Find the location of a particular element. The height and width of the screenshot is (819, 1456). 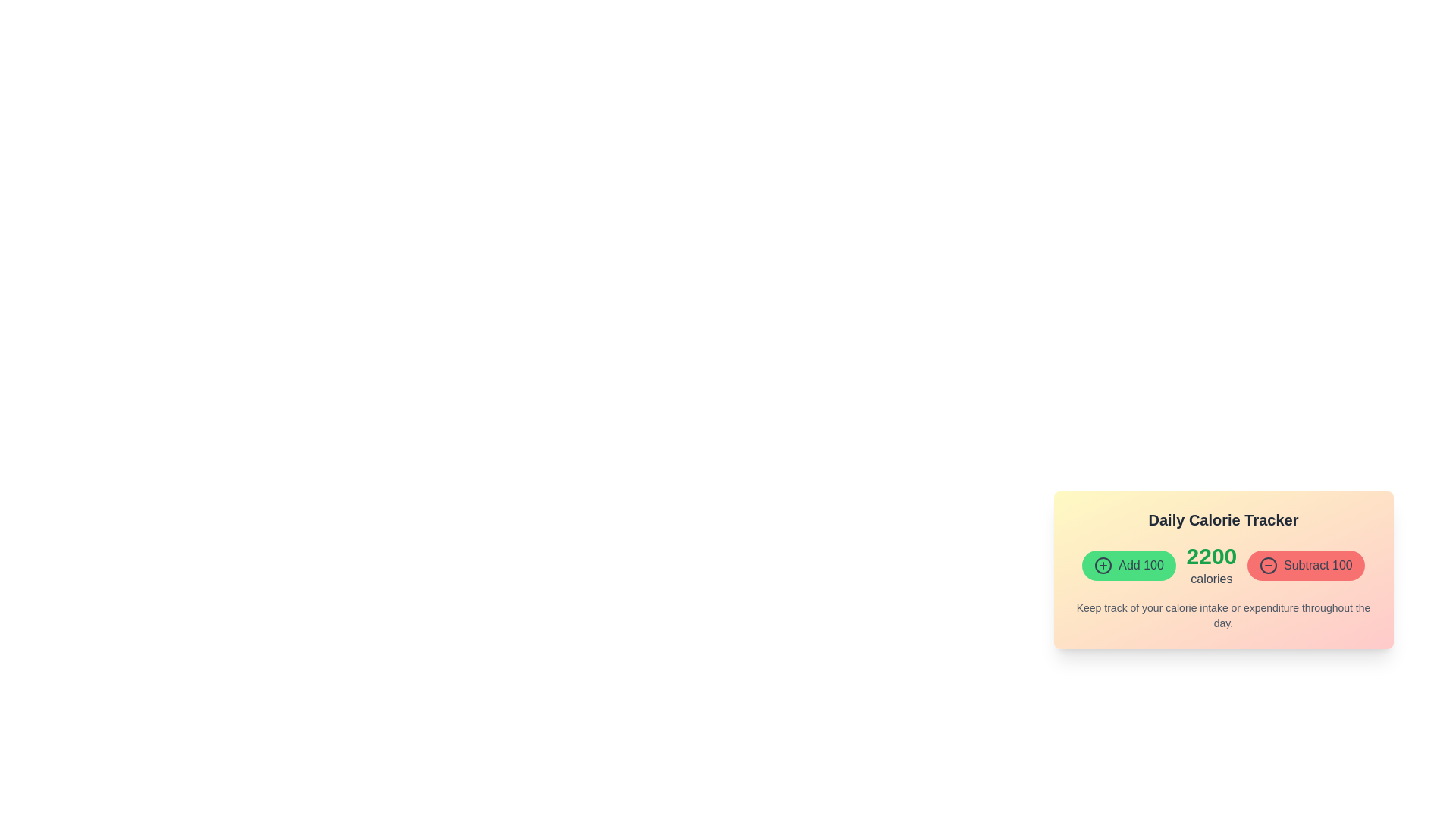

the 'Subtract 100' button, a rounded rectangular button with a red background and bold dark gray text, to interact via keyboard input is located at coordinates (1305, 565).